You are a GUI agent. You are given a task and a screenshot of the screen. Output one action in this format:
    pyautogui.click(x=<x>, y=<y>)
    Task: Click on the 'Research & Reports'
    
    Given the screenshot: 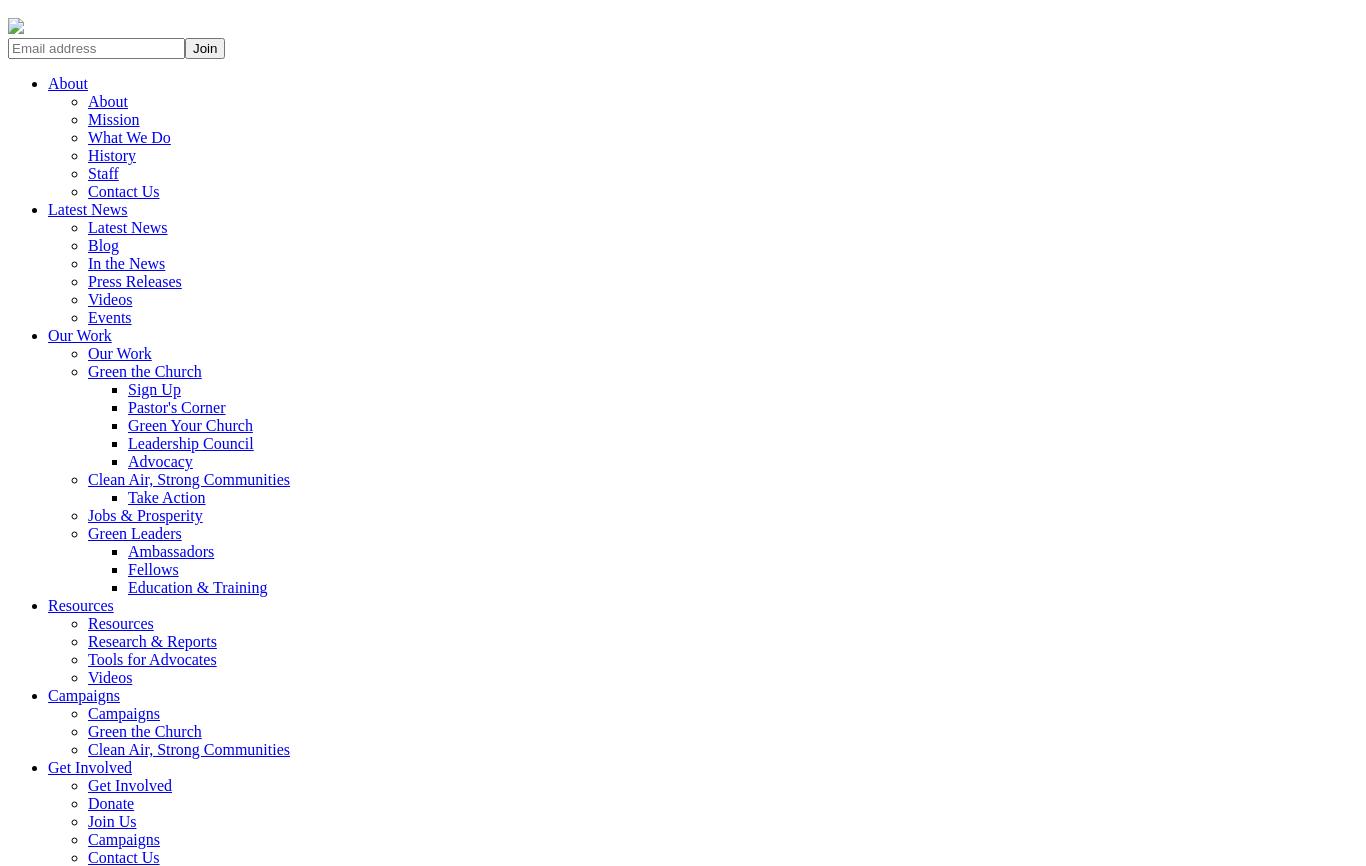 What is the action you would take?
    pyautogui.click(x=151, y=641)
    